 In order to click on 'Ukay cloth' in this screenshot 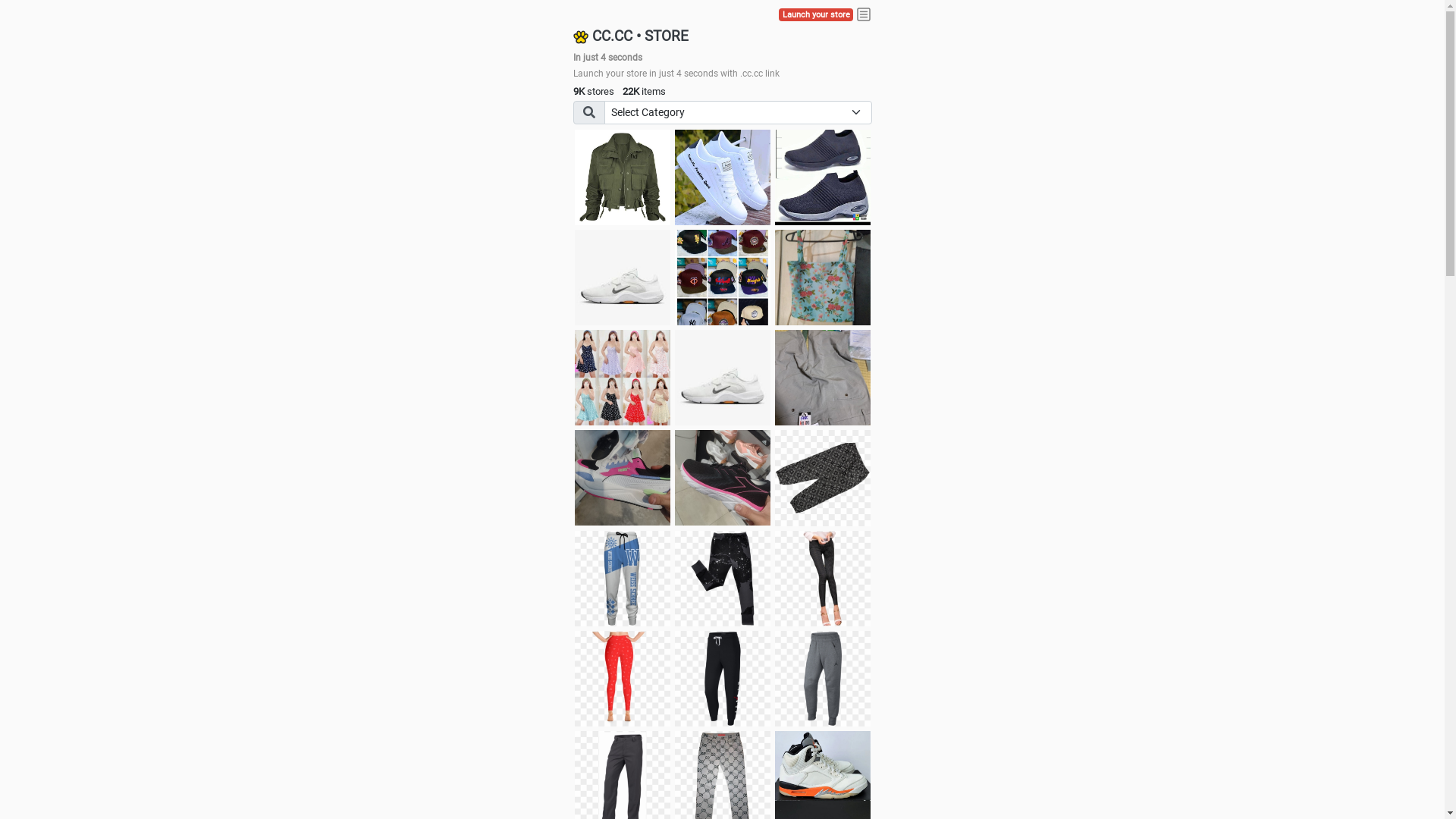, I will do `click(821, 278)`.